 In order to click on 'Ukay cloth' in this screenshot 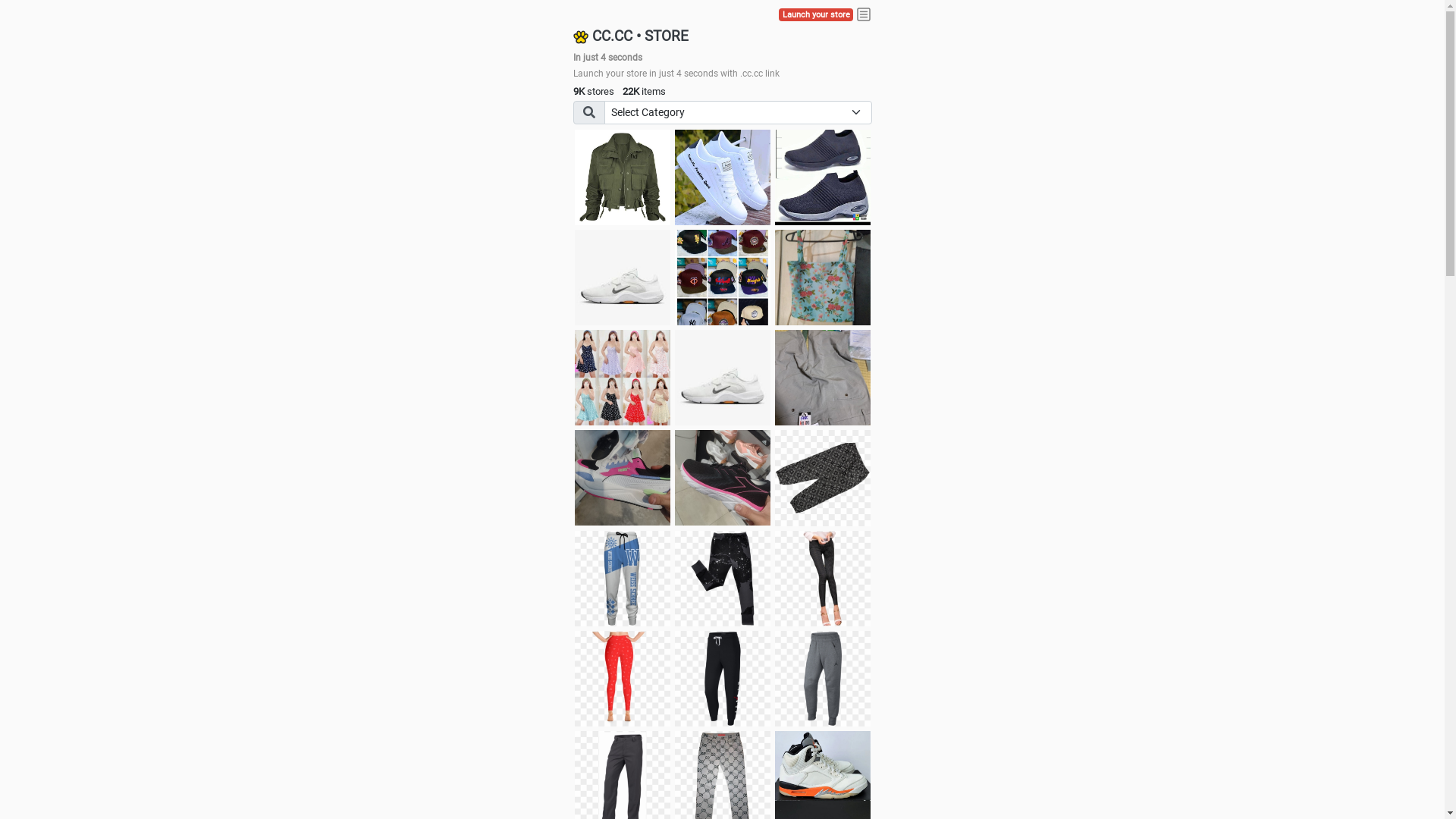, I will do `click(821, 278)`.